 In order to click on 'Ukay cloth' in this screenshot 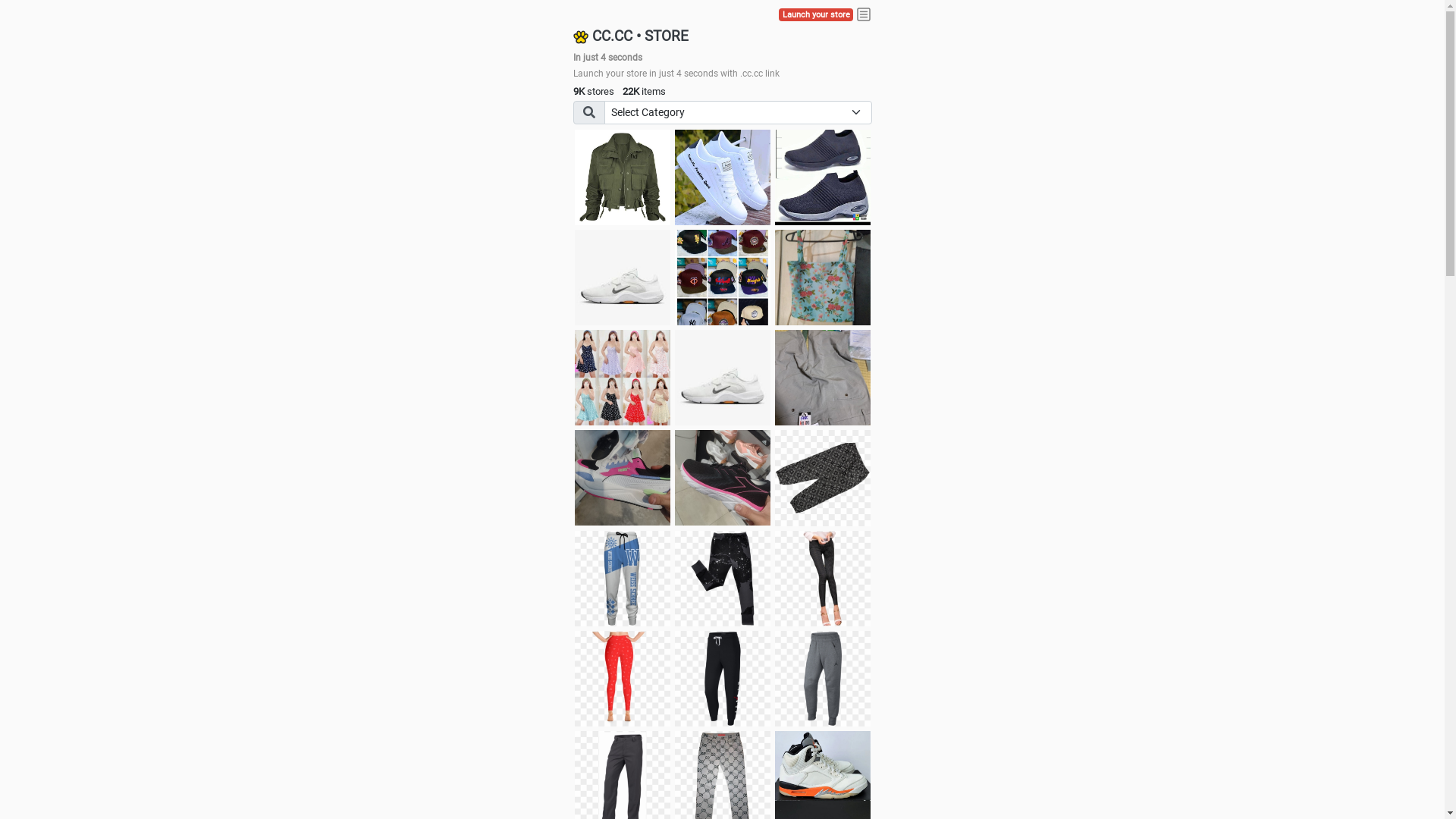, I will do `click(821, 278)`.